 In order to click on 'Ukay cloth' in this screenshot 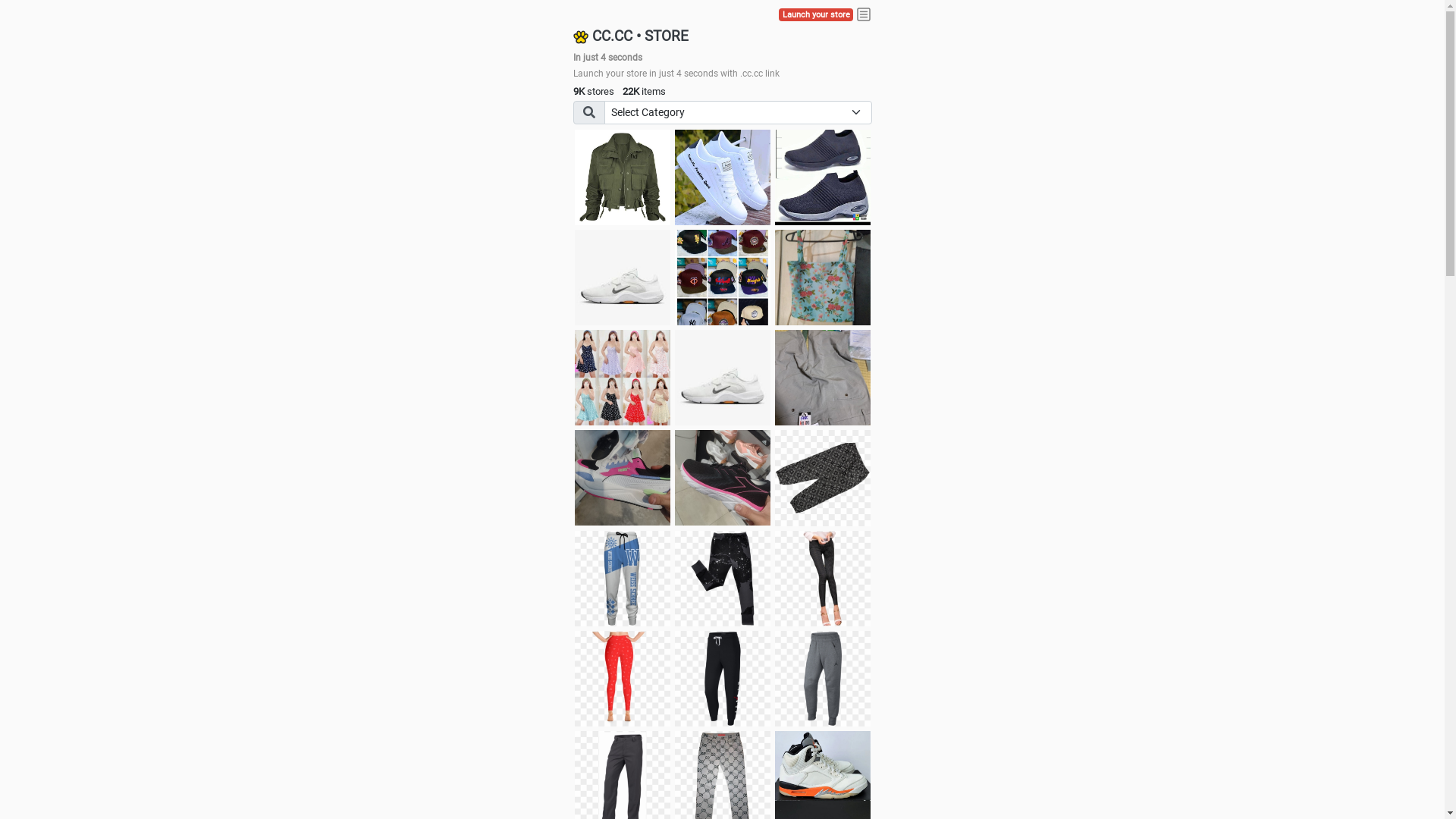, I will do `click(821, 278)`.